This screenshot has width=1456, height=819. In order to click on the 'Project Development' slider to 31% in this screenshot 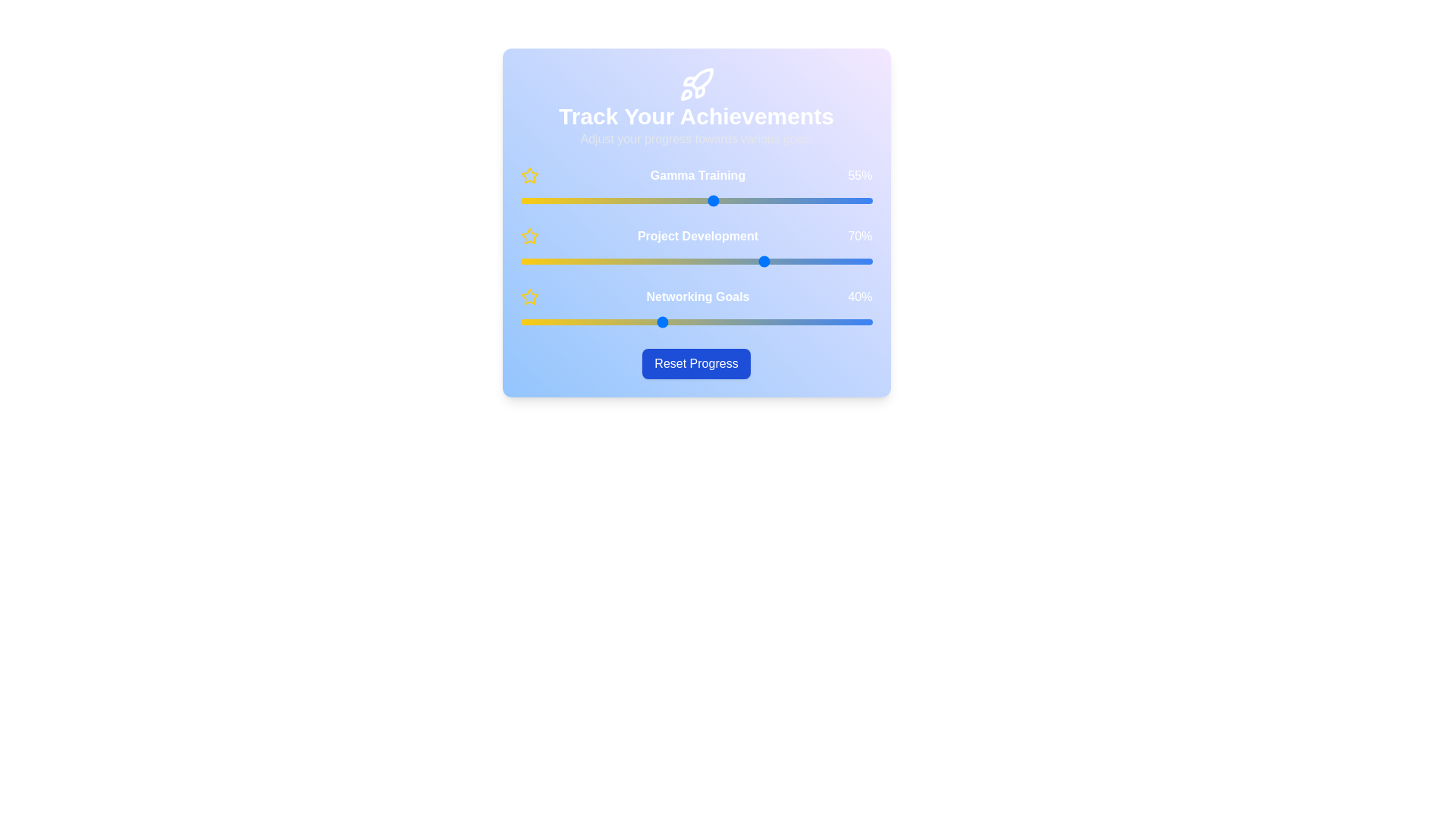, I will do `click(629, 260)`.